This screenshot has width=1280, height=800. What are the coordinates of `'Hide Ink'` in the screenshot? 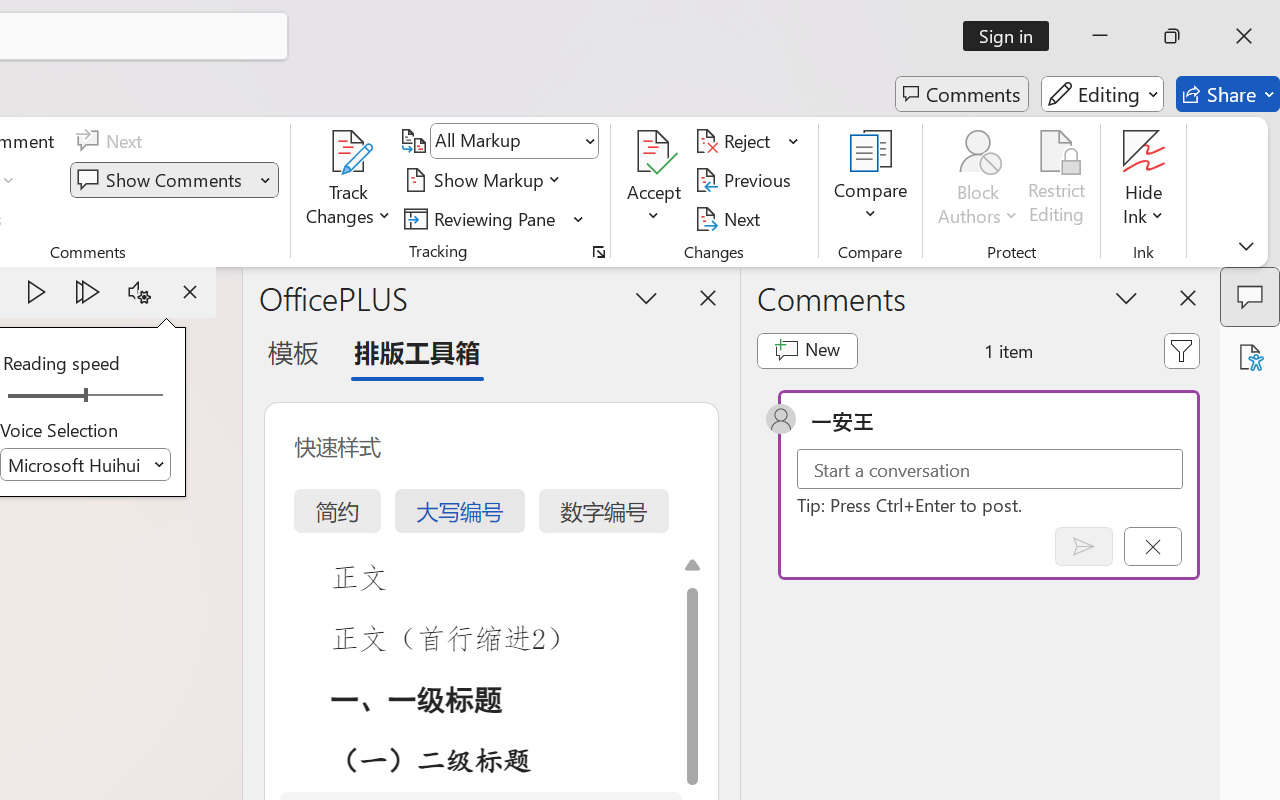 It's located at (1144, 179).